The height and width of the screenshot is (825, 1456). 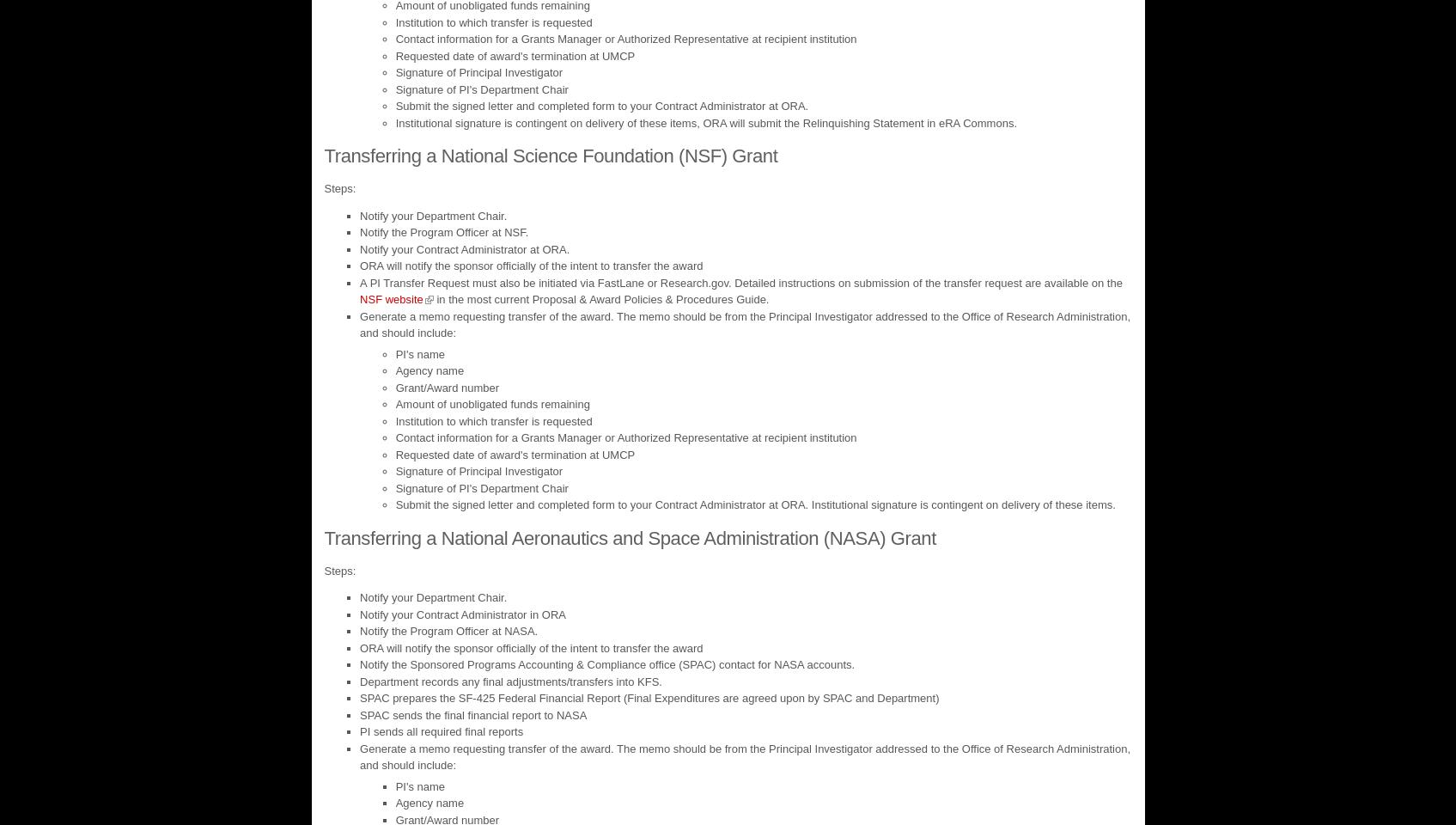 What do you see at coordinates (465, 247) in the screenshot?
I see `'Notify your Contract Administrator at ORA.'` at bounding box center [465, 247].